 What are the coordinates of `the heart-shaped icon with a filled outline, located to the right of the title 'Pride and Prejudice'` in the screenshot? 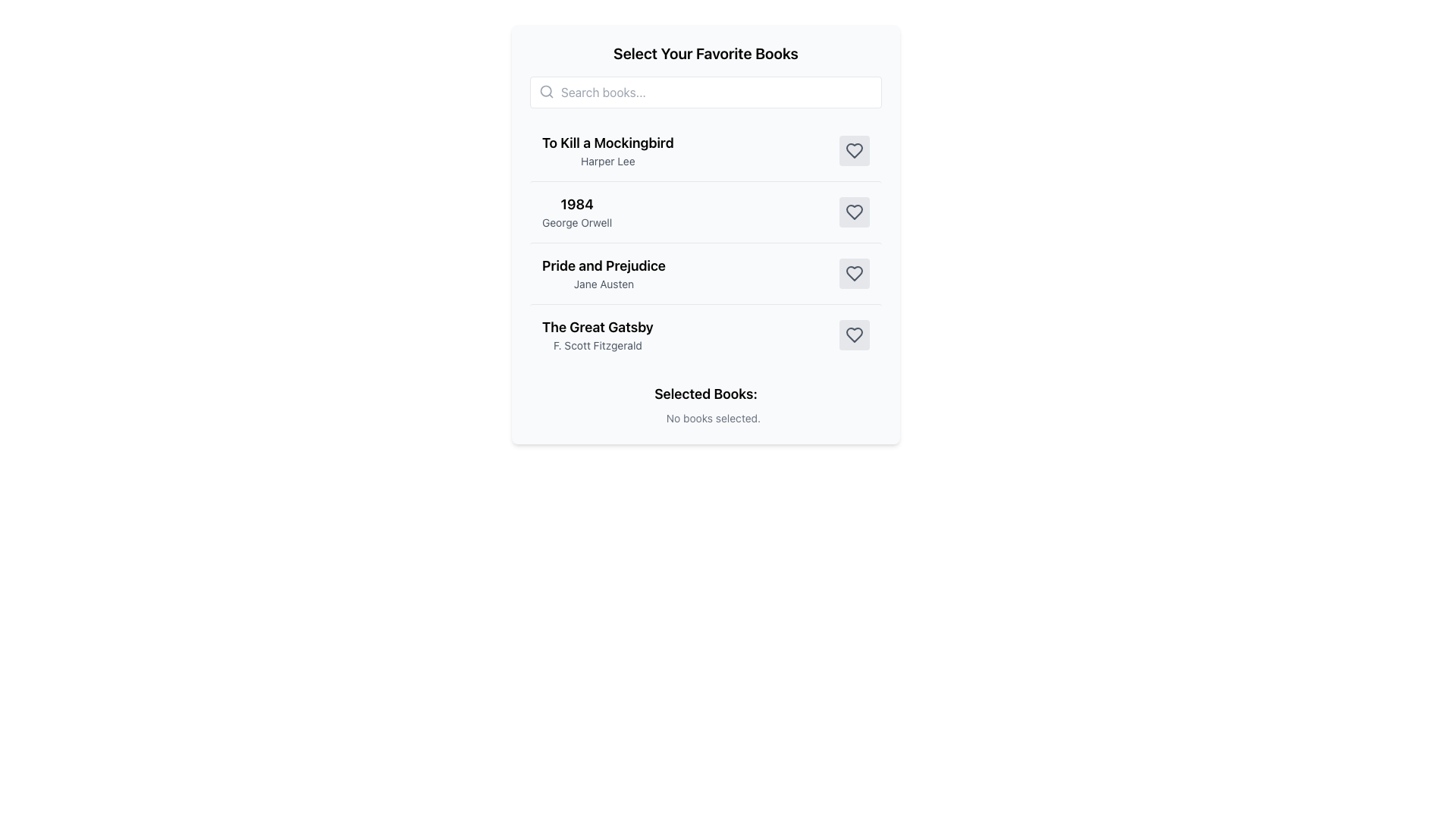 It's located at (855, 274).